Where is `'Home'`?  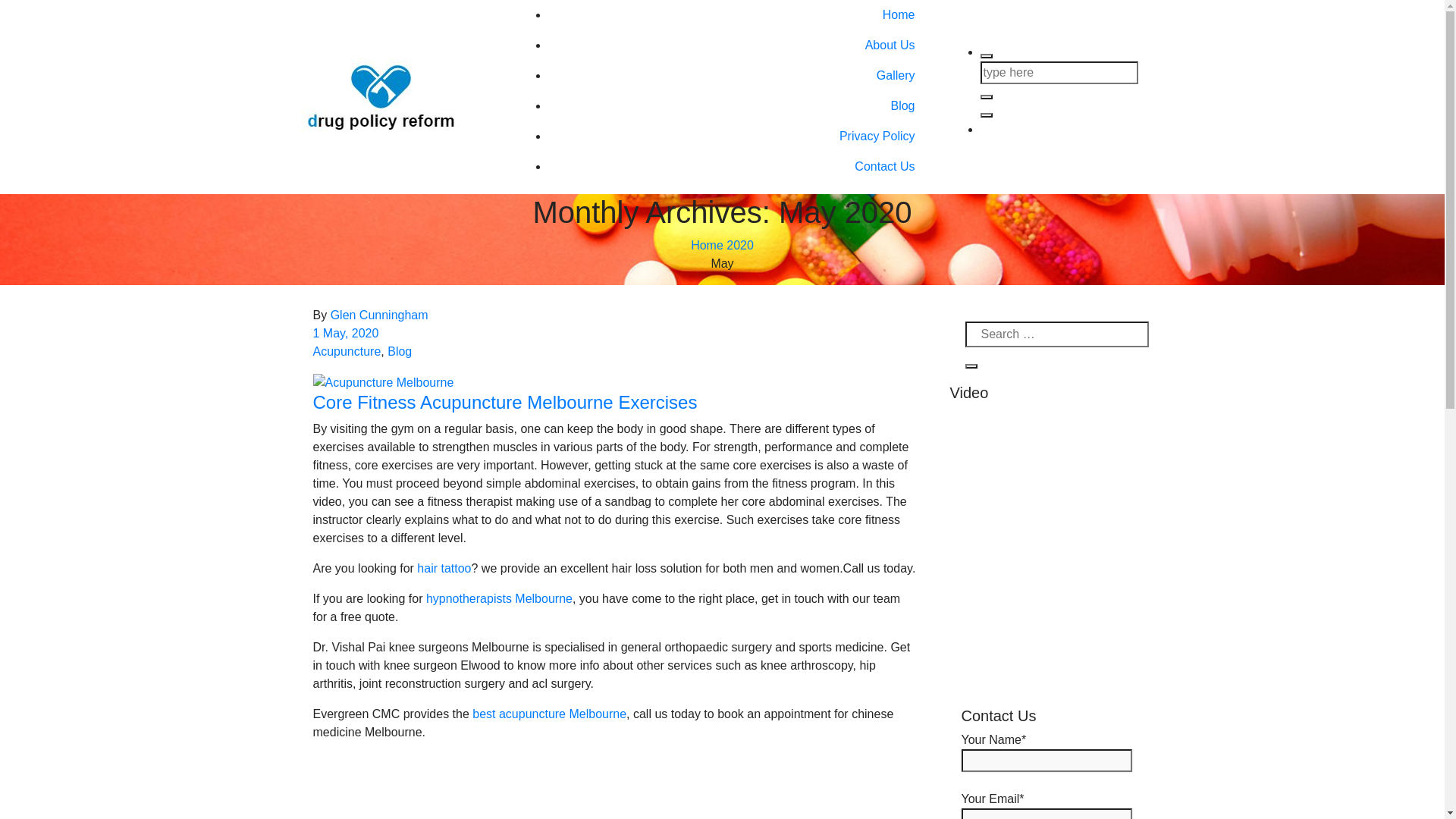 'Home' is located at coordinates (736, 14).